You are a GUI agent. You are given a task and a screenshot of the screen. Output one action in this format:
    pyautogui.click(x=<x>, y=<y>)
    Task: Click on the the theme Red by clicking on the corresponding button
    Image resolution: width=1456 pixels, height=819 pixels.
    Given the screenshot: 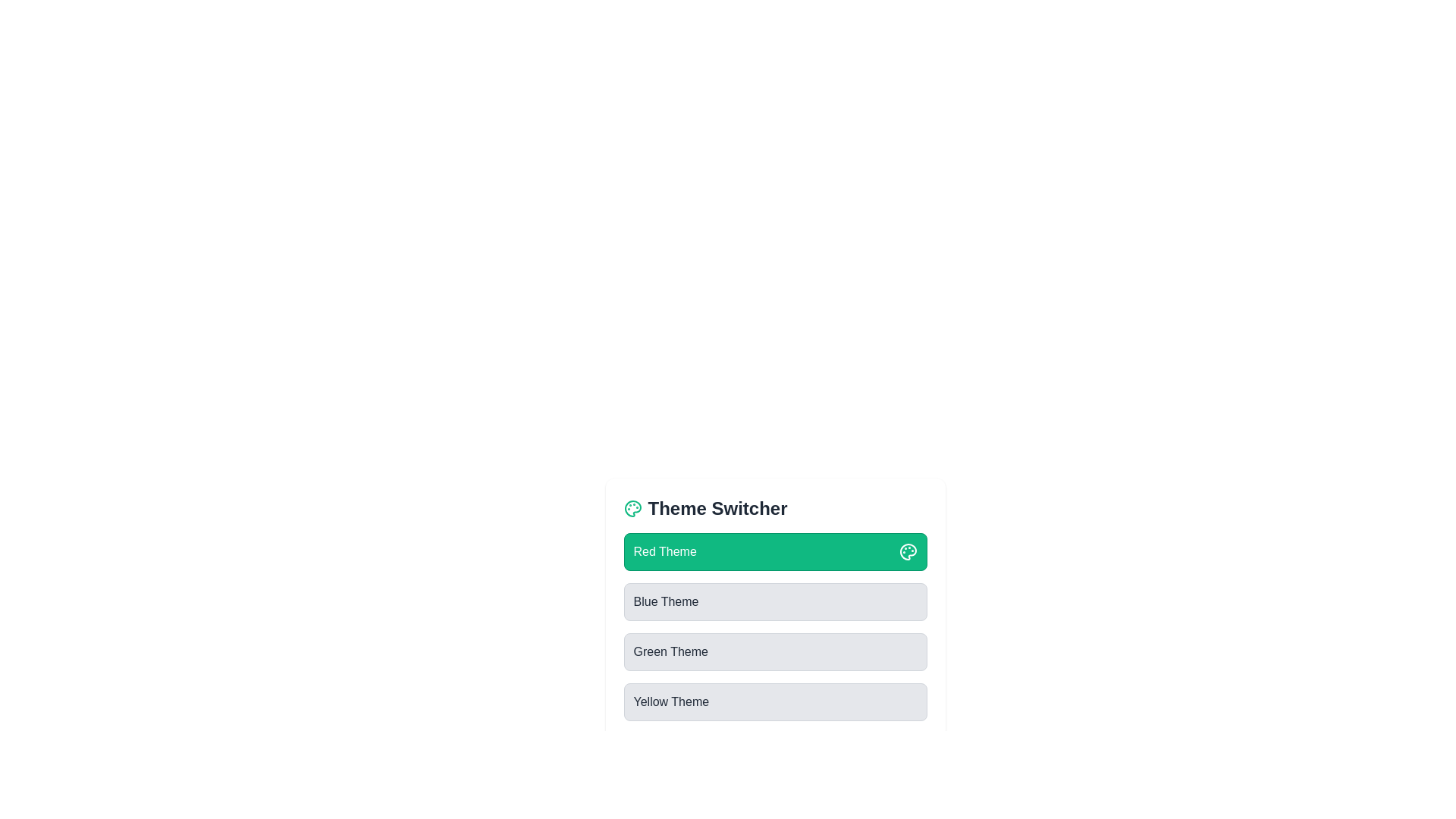 What is the action you would take?
    pyautogui.click(x=775, y=552)
    